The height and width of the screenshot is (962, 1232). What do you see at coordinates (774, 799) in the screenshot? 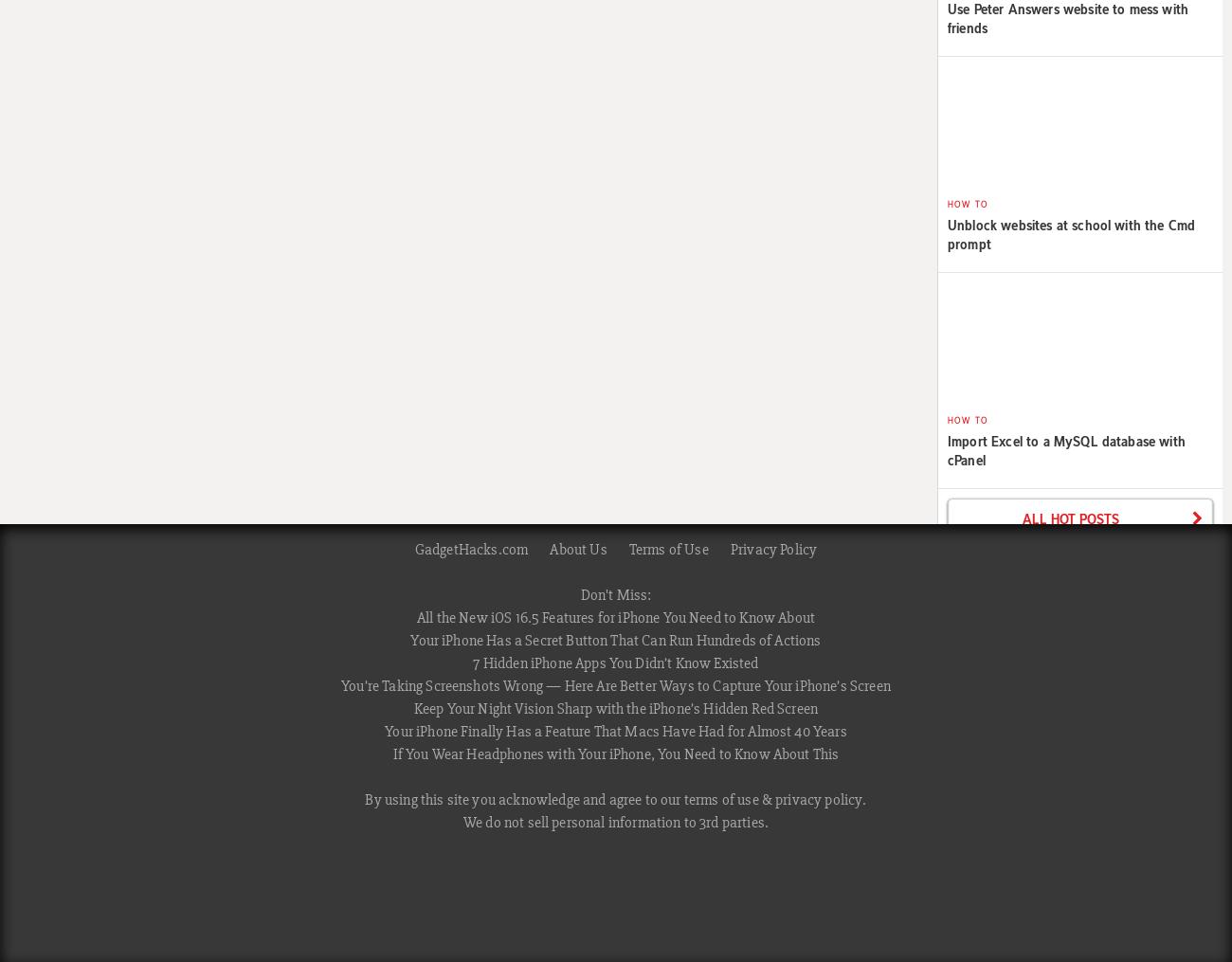
I see `'privacy policy'` at bounding box center [774, 799].